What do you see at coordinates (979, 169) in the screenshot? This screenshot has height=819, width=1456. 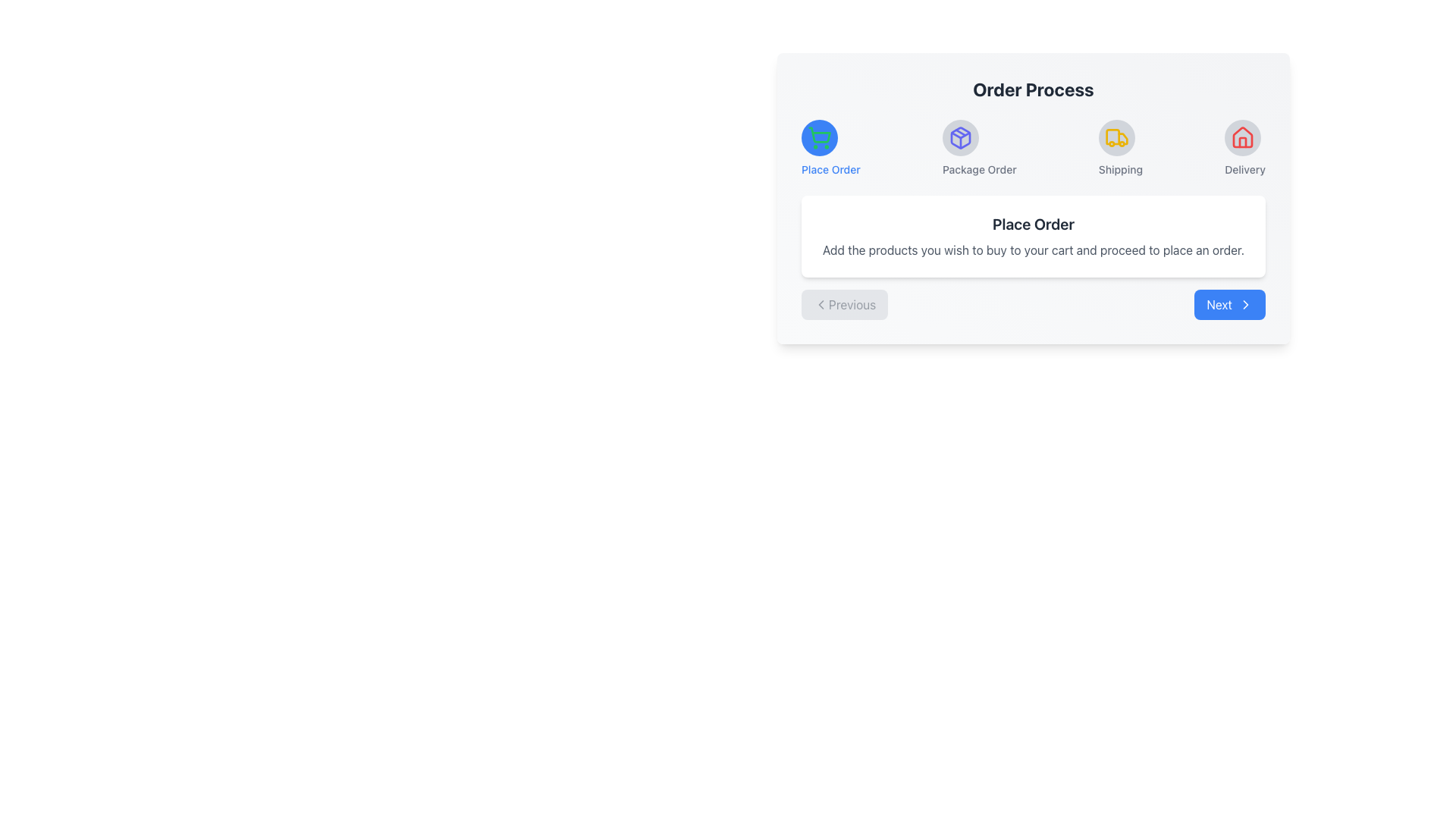 I see `the text label beneath the 'Package Order' icon in the navigation bar` at bounding box center [979, 169].